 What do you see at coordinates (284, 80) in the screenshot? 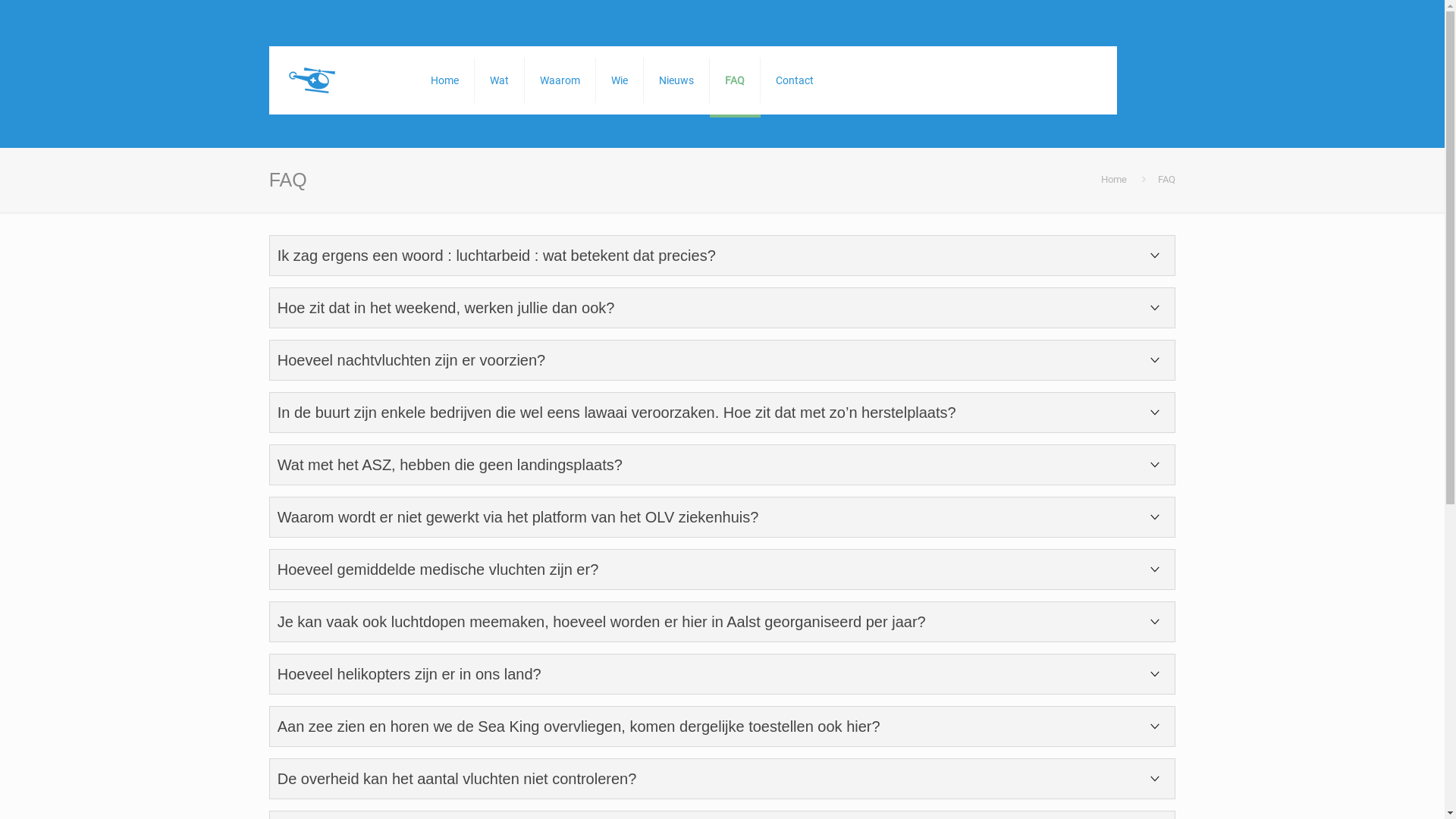
I see `'Heli Haven Aalst'` at bounding box center [284, 80].